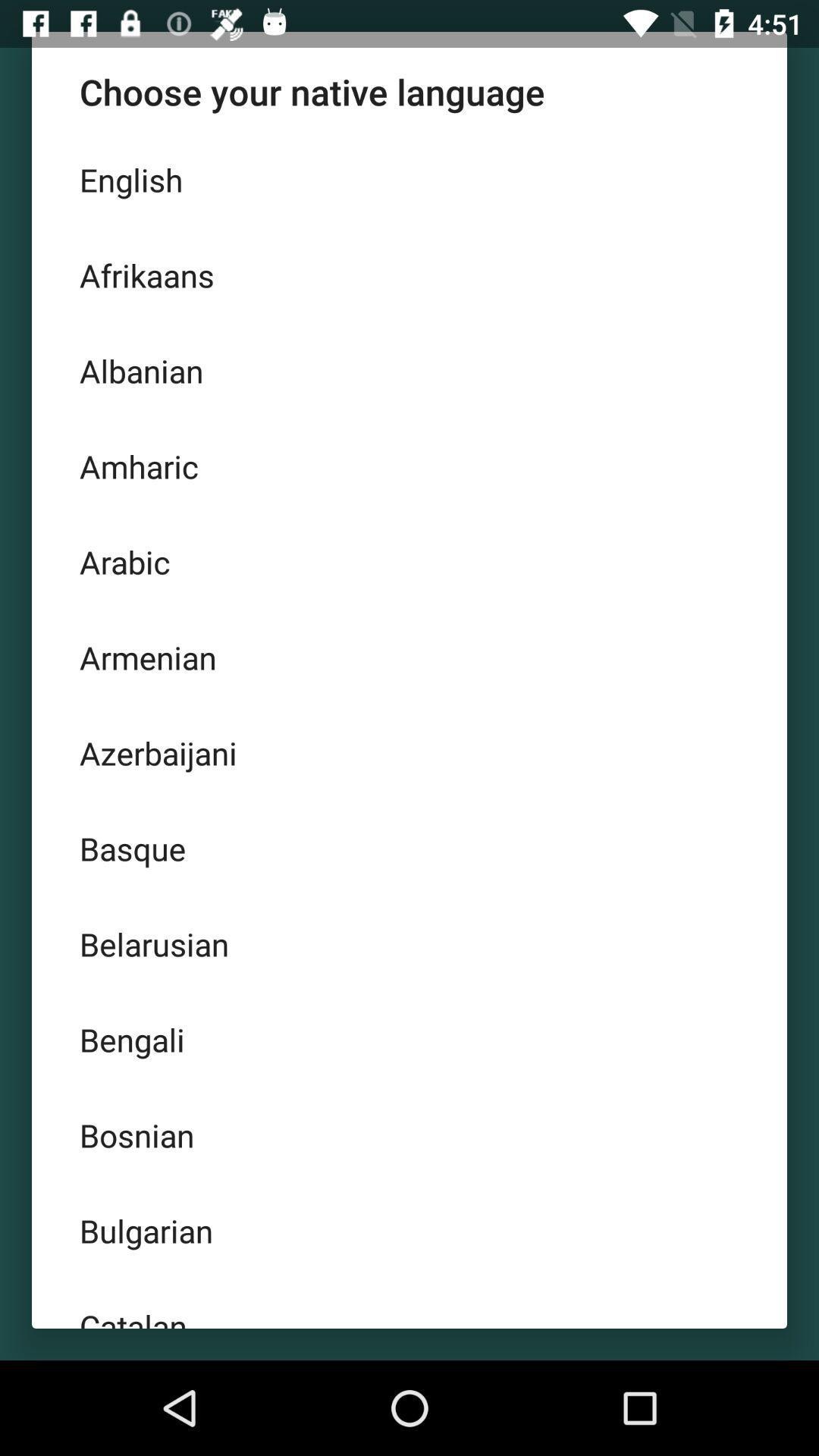  What do you see at coordinates (409, 1135) in the screenshot?
I see `the icon above the bulgarian` at bounding box center [409, 1135].